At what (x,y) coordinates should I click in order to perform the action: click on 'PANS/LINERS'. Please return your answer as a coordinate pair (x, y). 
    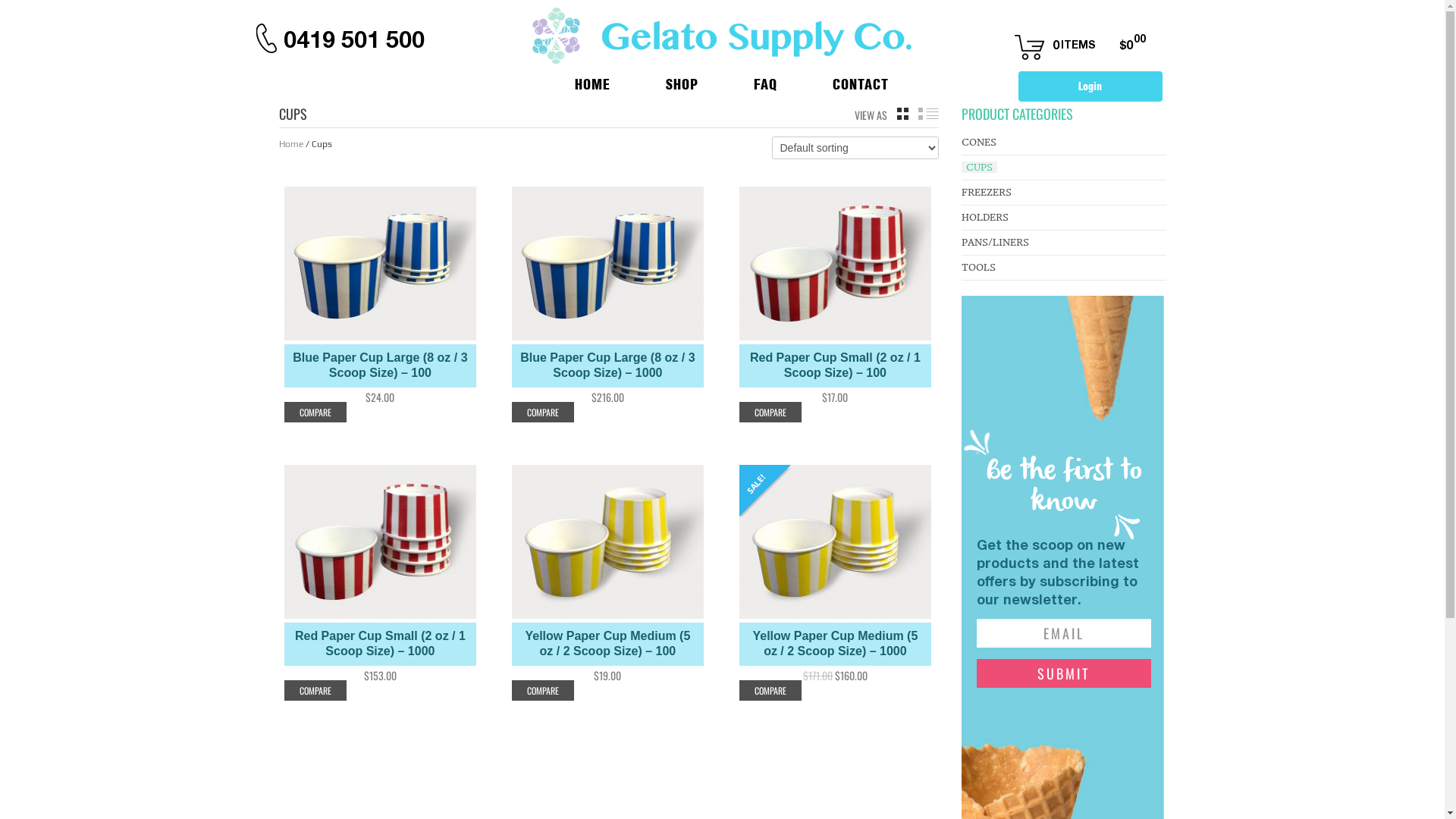
    Looking at the image, I should click on (960, 241).